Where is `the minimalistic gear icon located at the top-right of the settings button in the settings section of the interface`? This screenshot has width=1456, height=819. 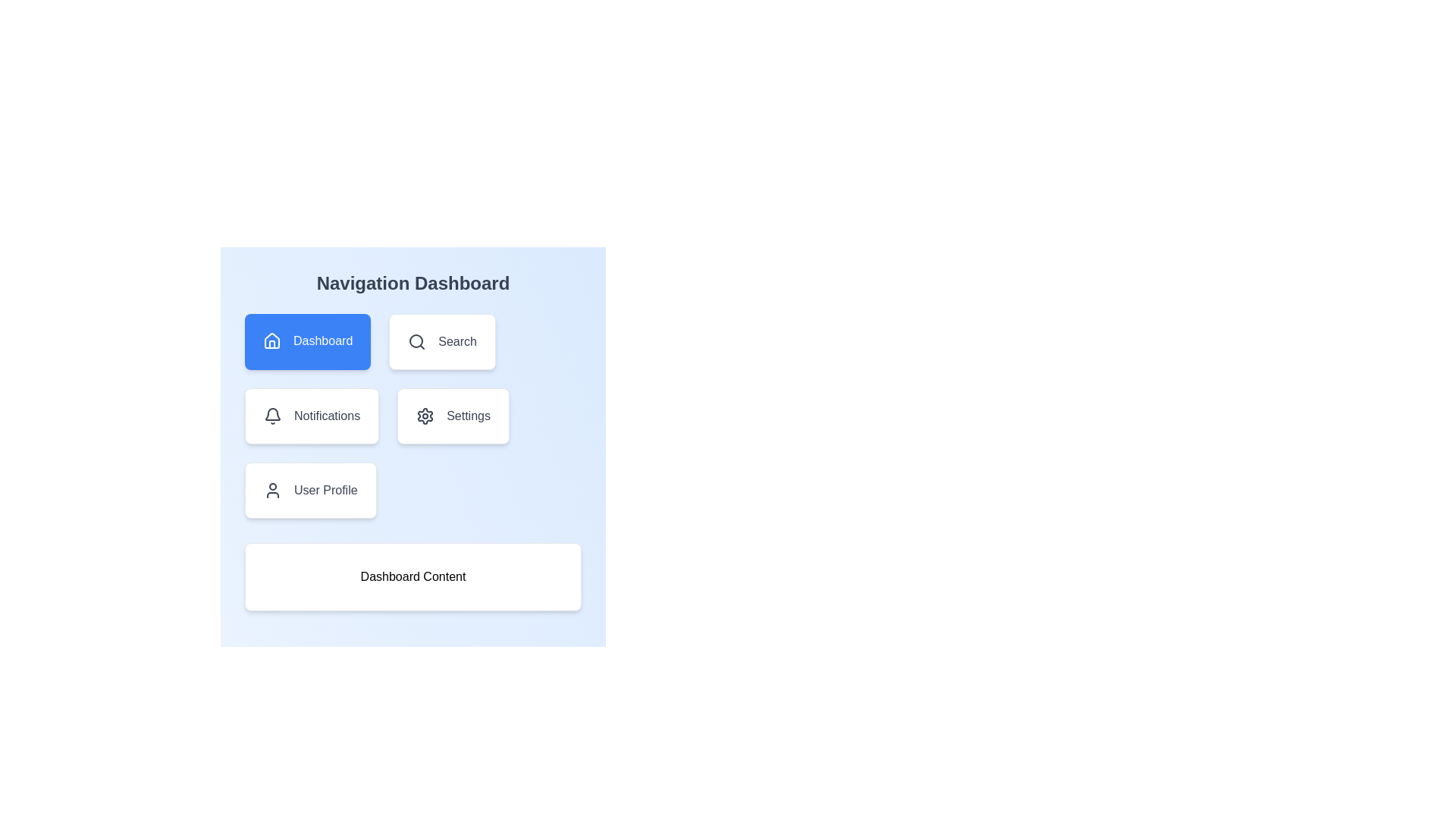 the minimalistic gear icon located at the top-right of the settings button in the settings section of the interface is located at coordinates (425, 416).